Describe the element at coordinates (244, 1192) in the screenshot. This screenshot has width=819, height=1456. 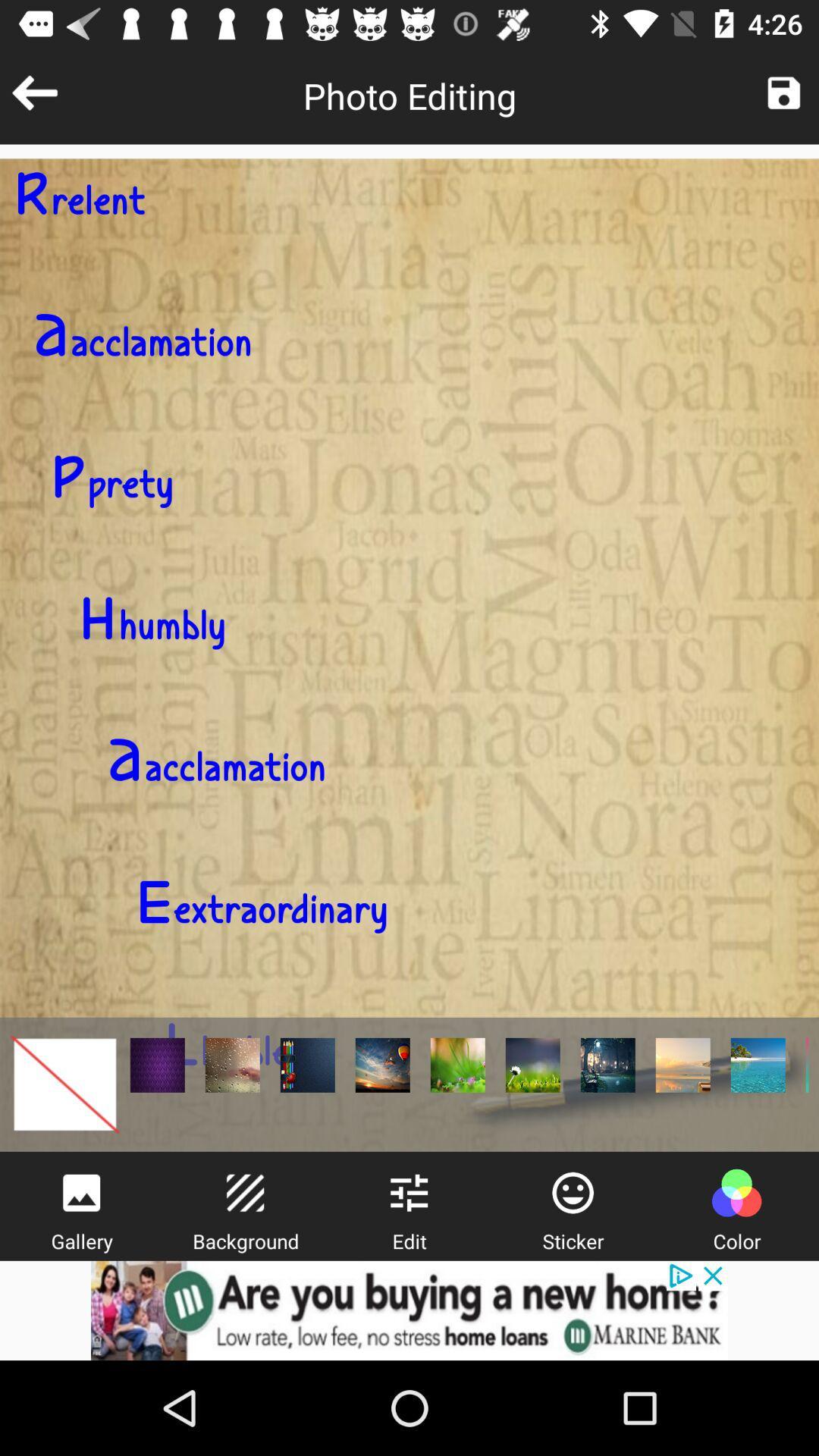
I see `the edit icon` at that location.